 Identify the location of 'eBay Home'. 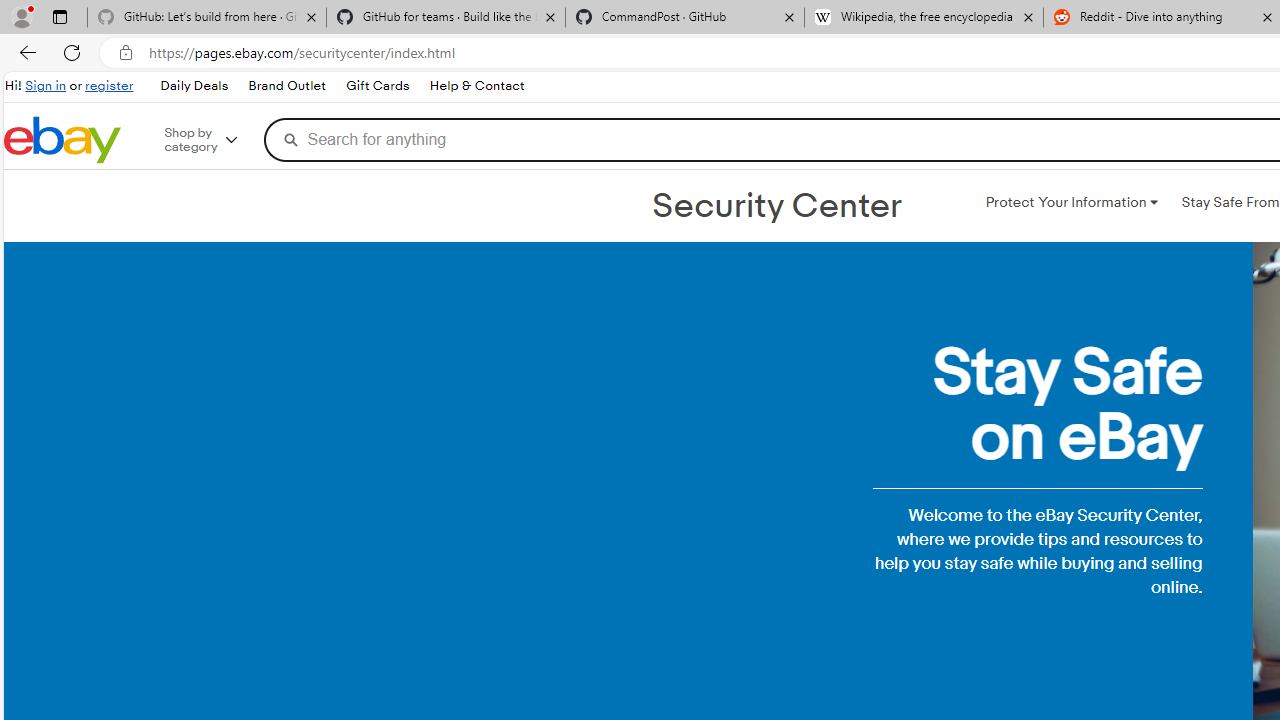
(62, 139).